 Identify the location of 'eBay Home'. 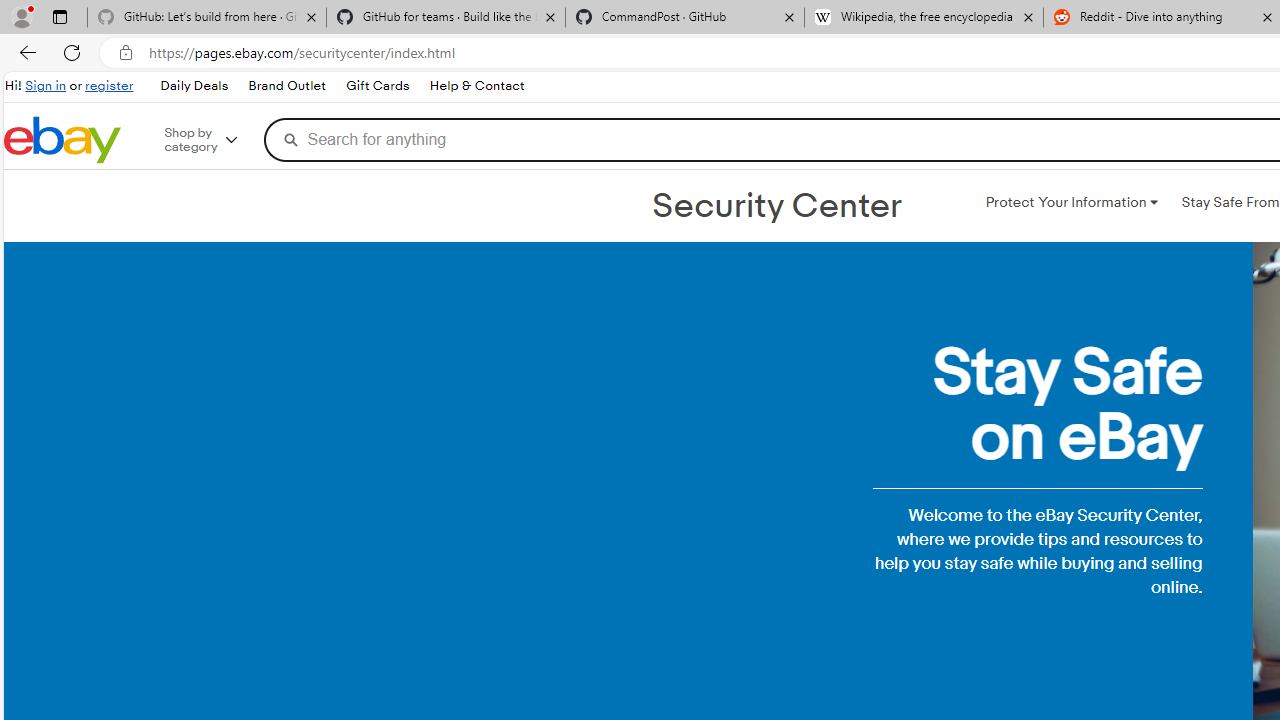
(62, 139).